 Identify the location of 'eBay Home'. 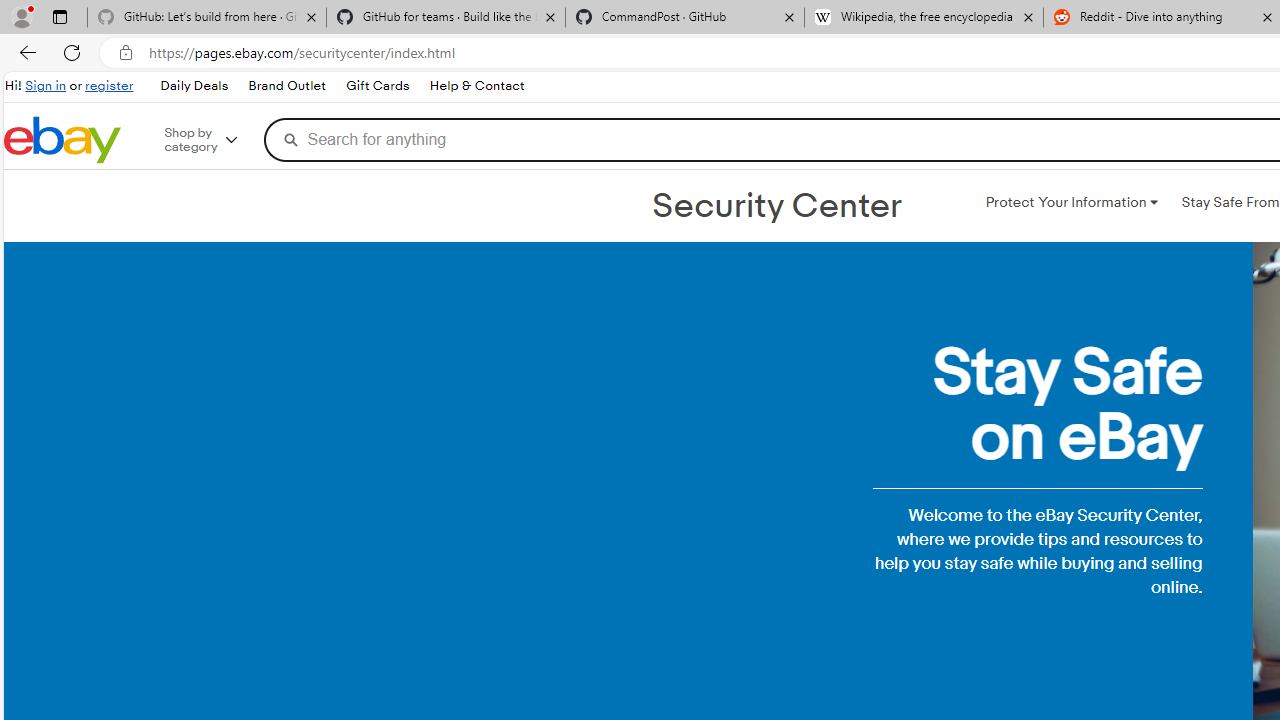
(62, 139).